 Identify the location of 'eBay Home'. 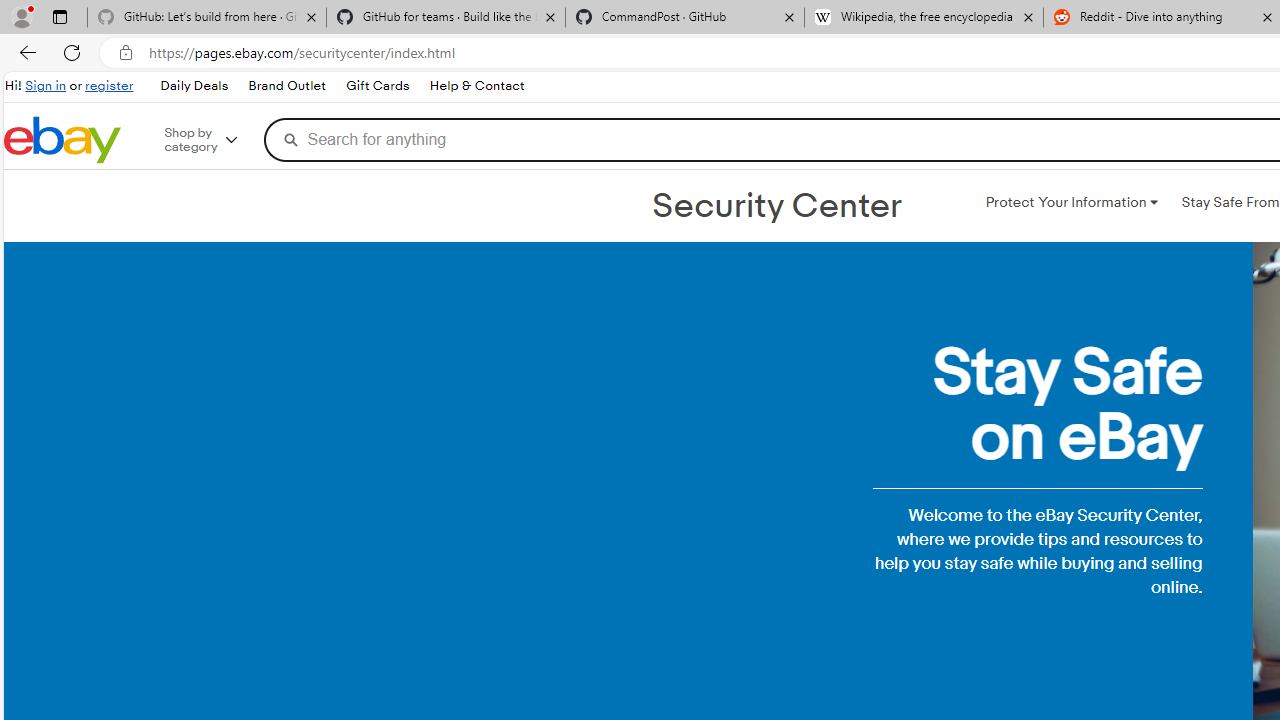
(62, 139).